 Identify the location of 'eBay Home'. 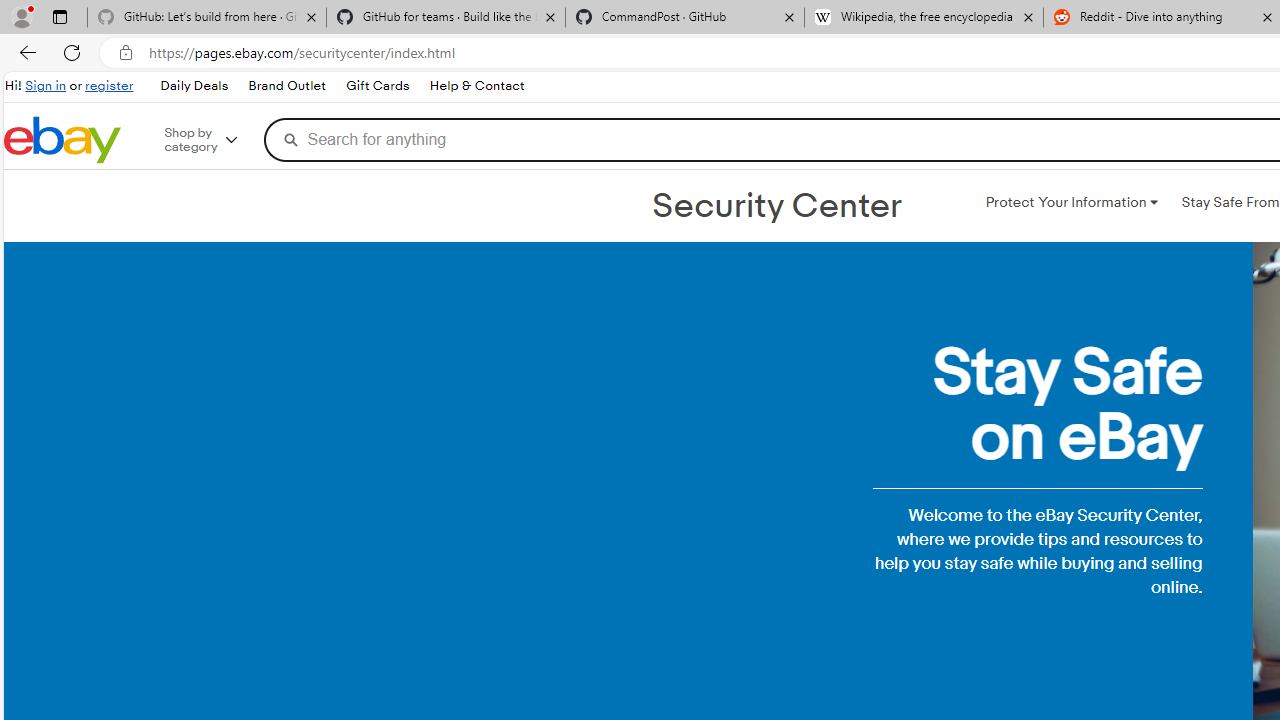
(62, 139).